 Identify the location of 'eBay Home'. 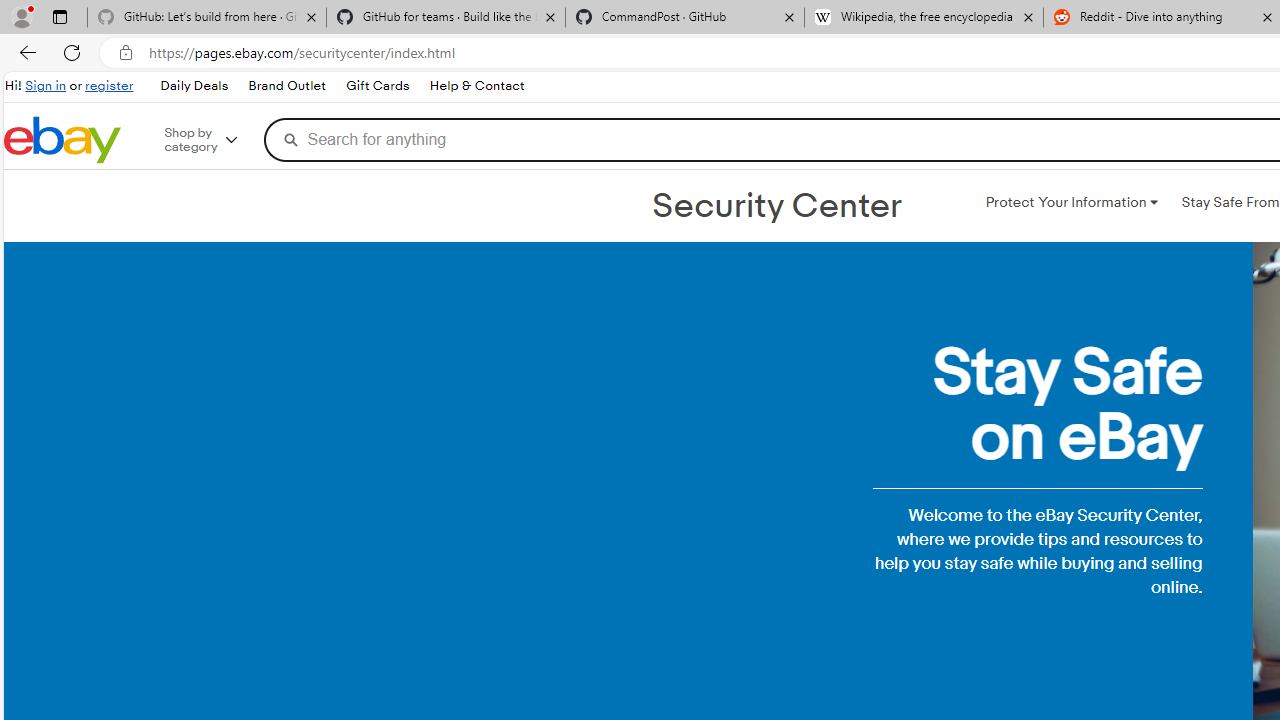
(62, 139).